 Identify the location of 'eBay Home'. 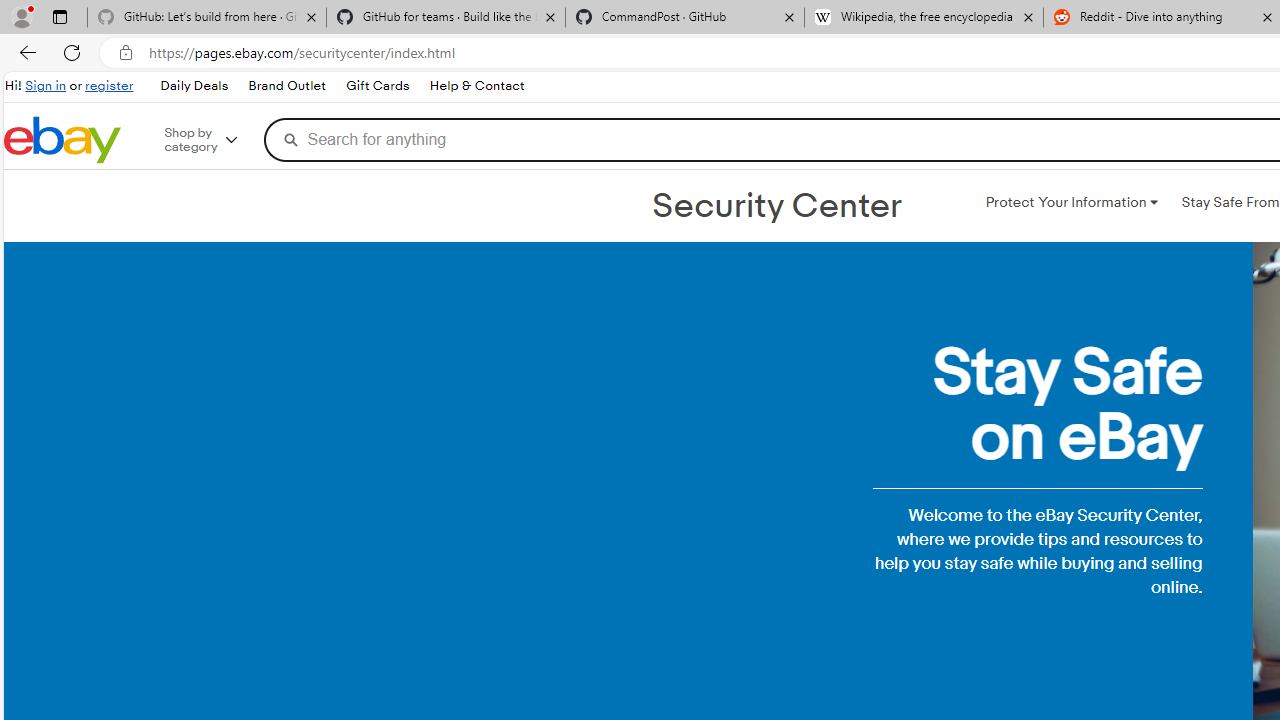
(62, 139).